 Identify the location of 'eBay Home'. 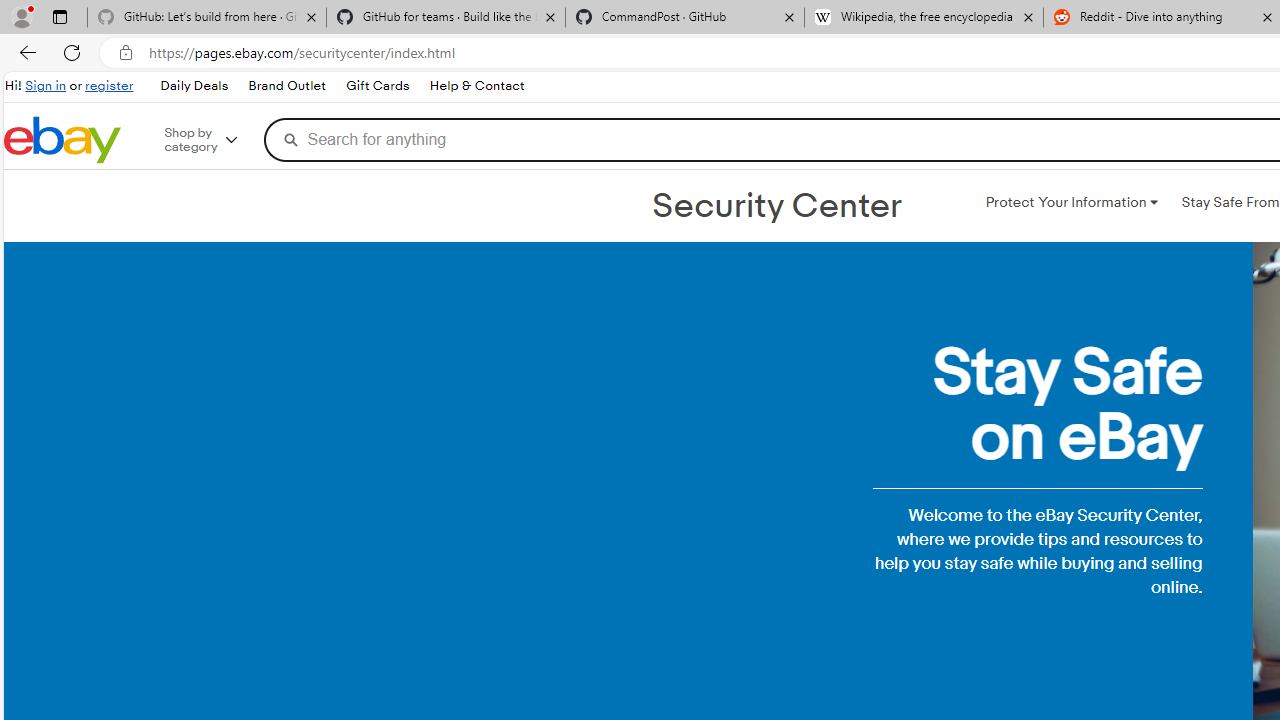
(62, 139).